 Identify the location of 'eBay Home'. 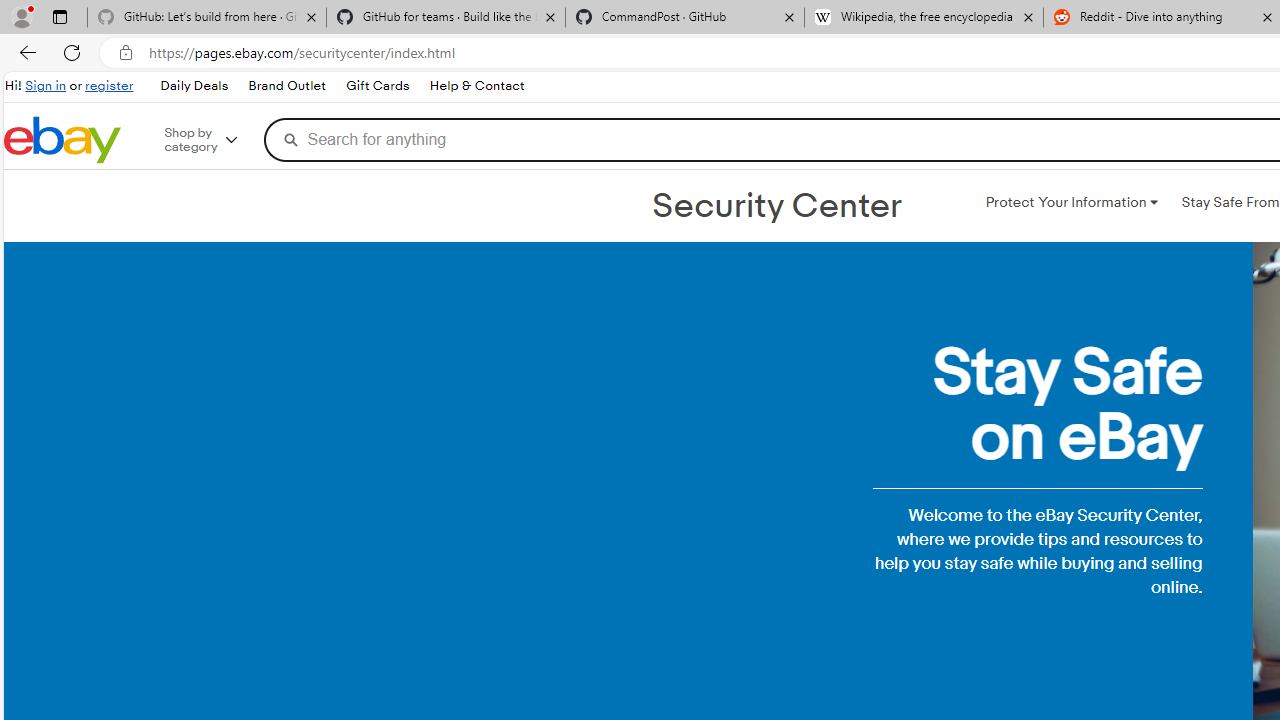
(62, 139).